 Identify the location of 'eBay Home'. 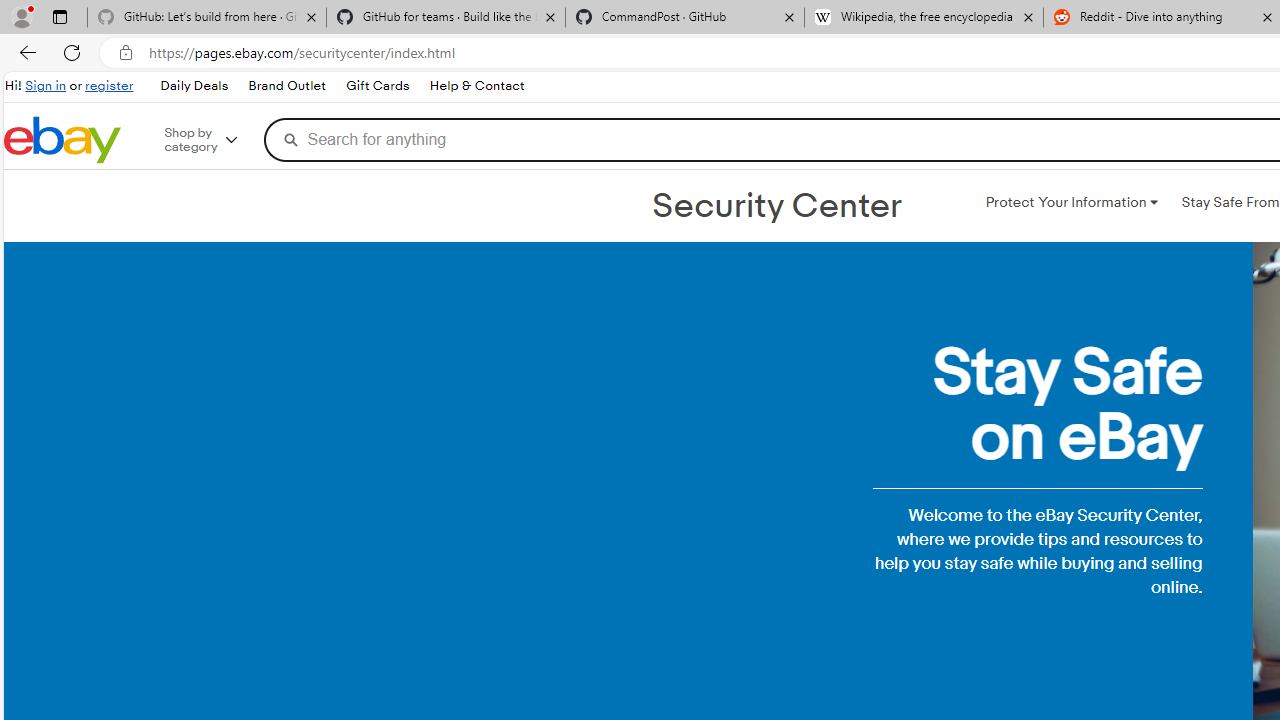
(62, 139).